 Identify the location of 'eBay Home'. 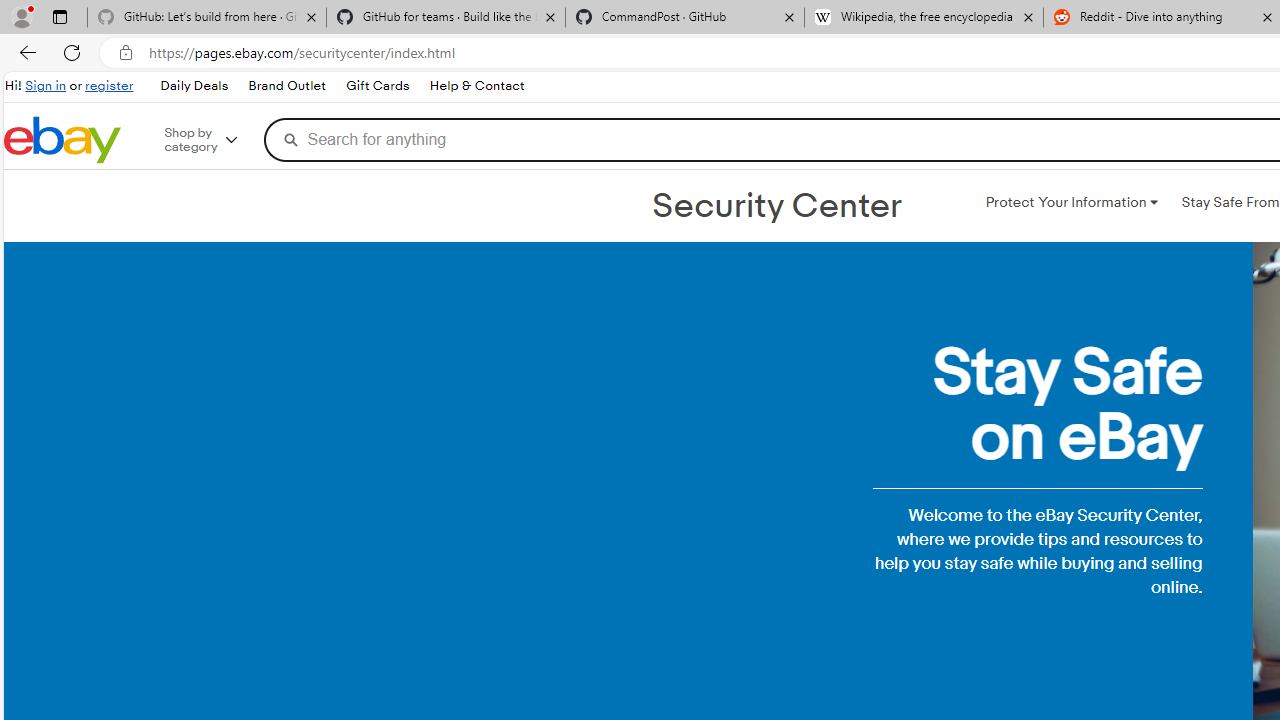
(62, 139).